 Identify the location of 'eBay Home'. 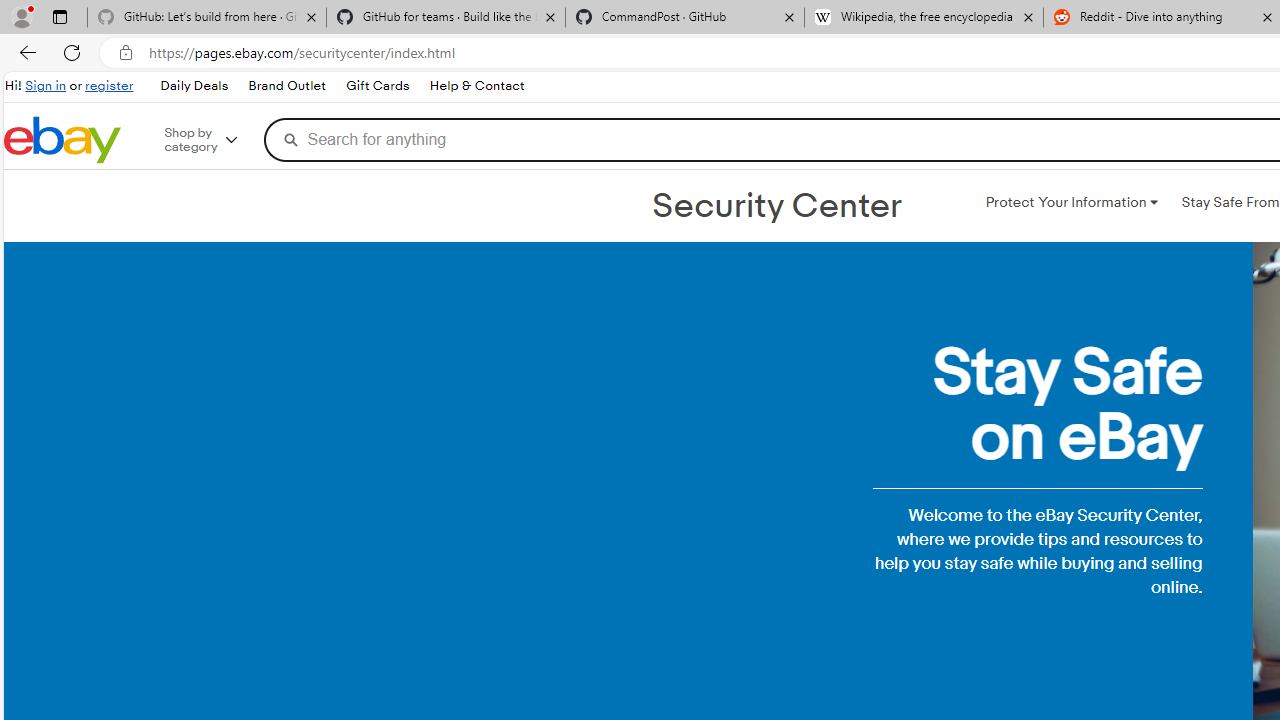
(62, 139).